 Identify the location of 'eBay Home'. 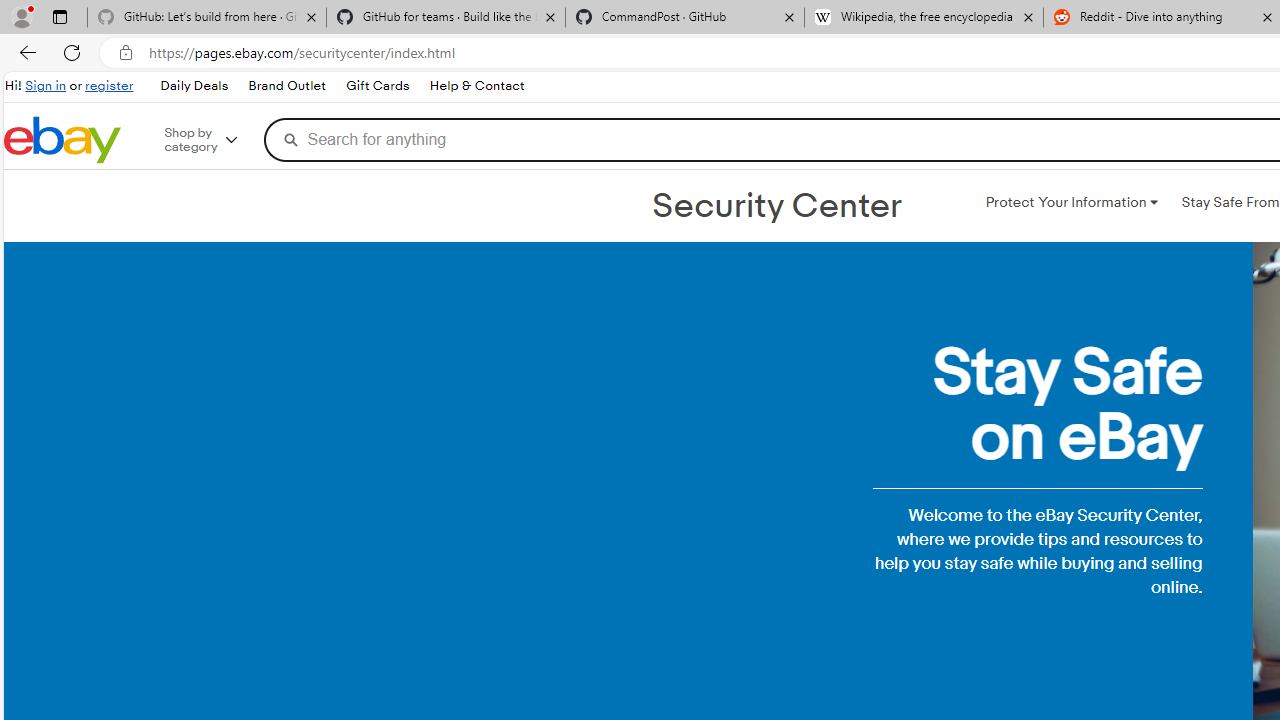
(62, 139).